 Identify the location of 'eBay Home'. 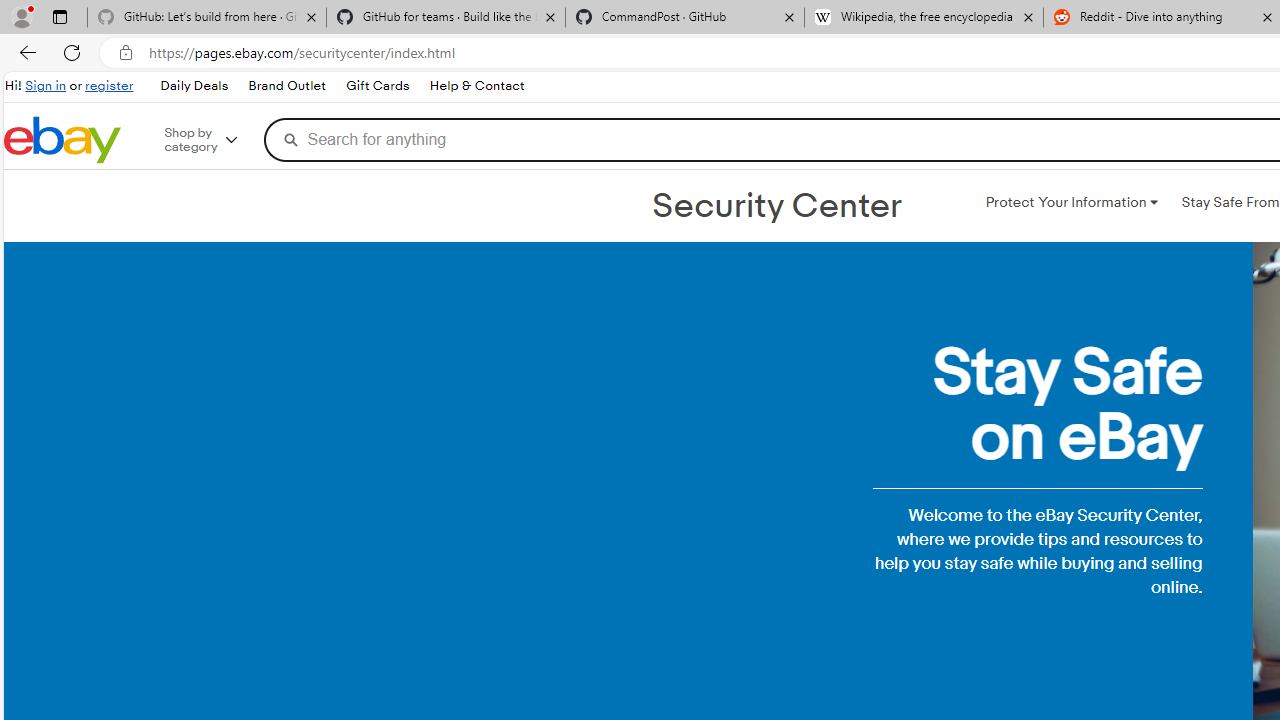
(62, 139).